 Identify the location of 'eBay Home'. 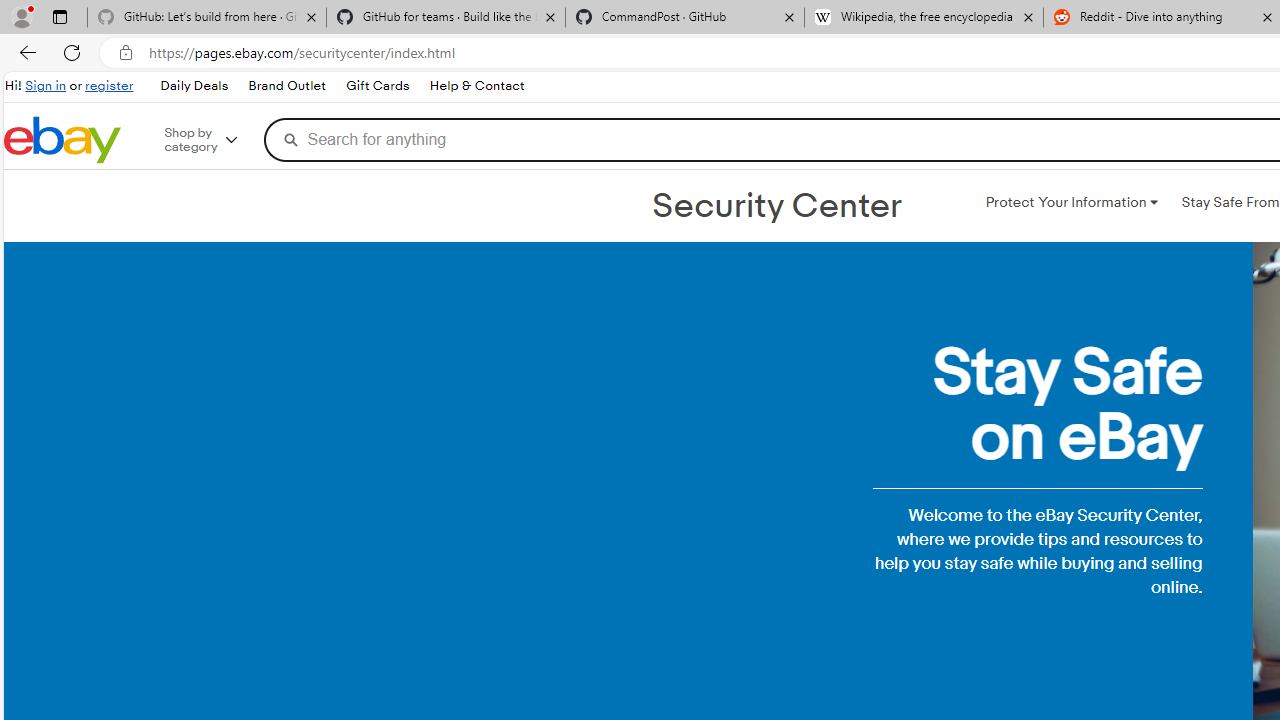
(62, 139).